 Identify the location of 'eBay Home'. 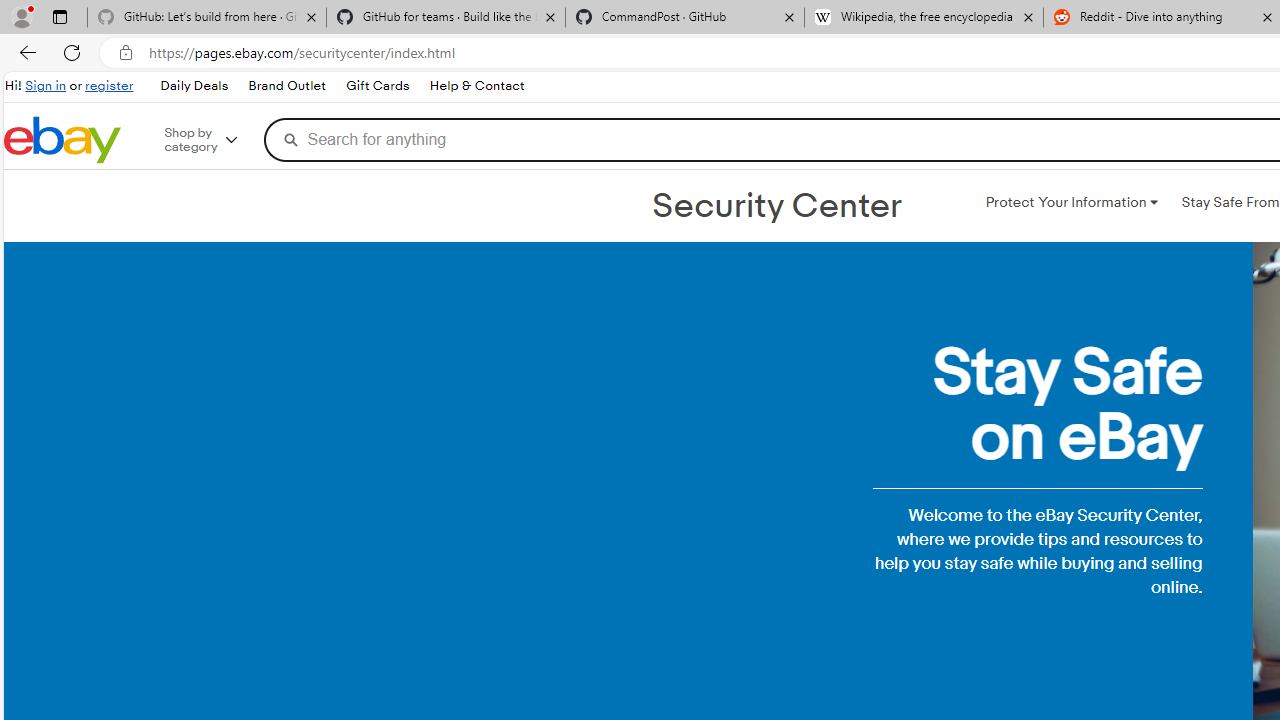
(62, 139).